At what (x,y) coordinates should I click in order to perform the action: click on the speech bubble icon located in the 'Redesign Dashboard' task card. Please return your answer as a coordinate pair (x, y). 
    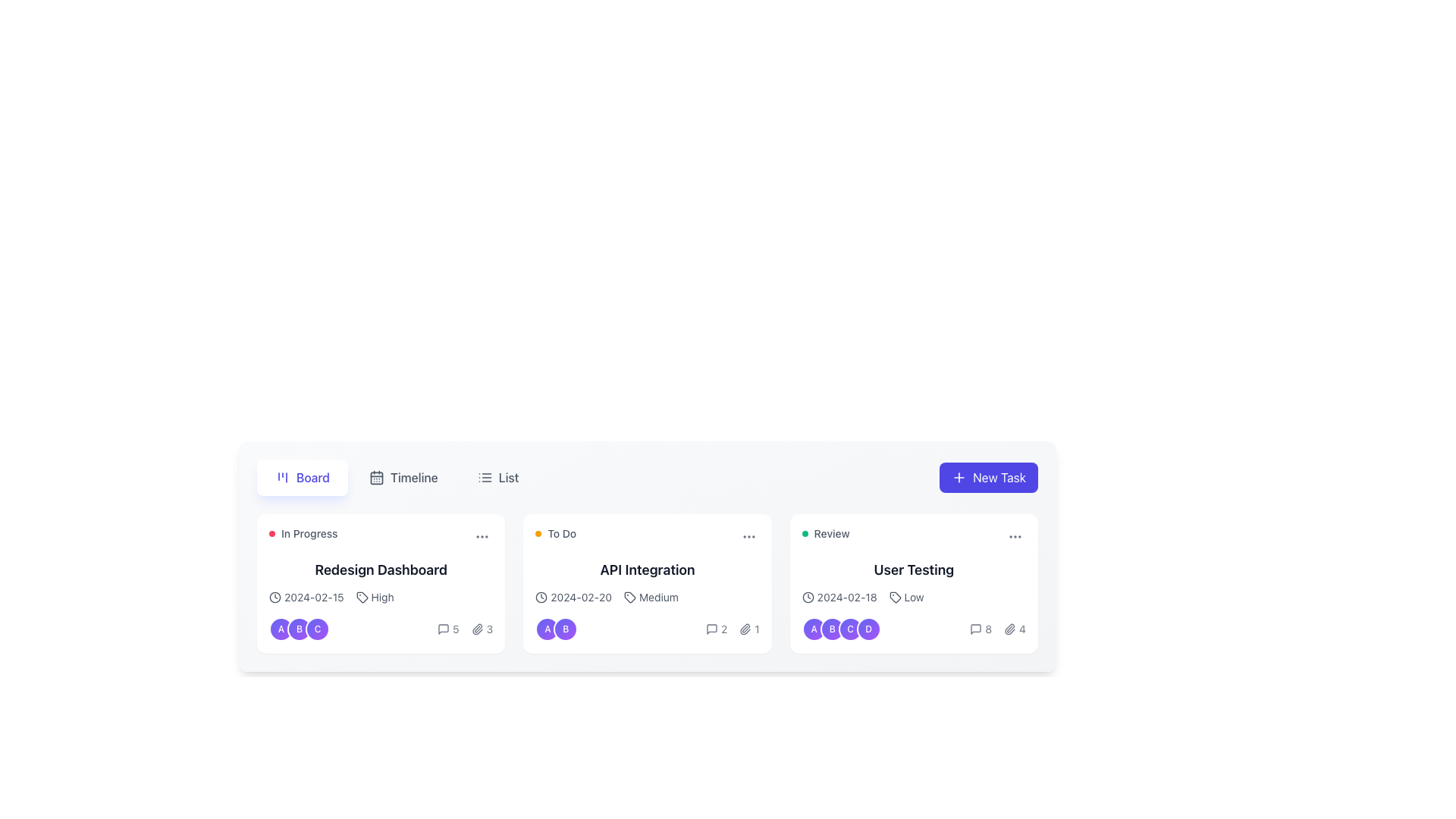
    Looking at the image, I should click on (443, 629).